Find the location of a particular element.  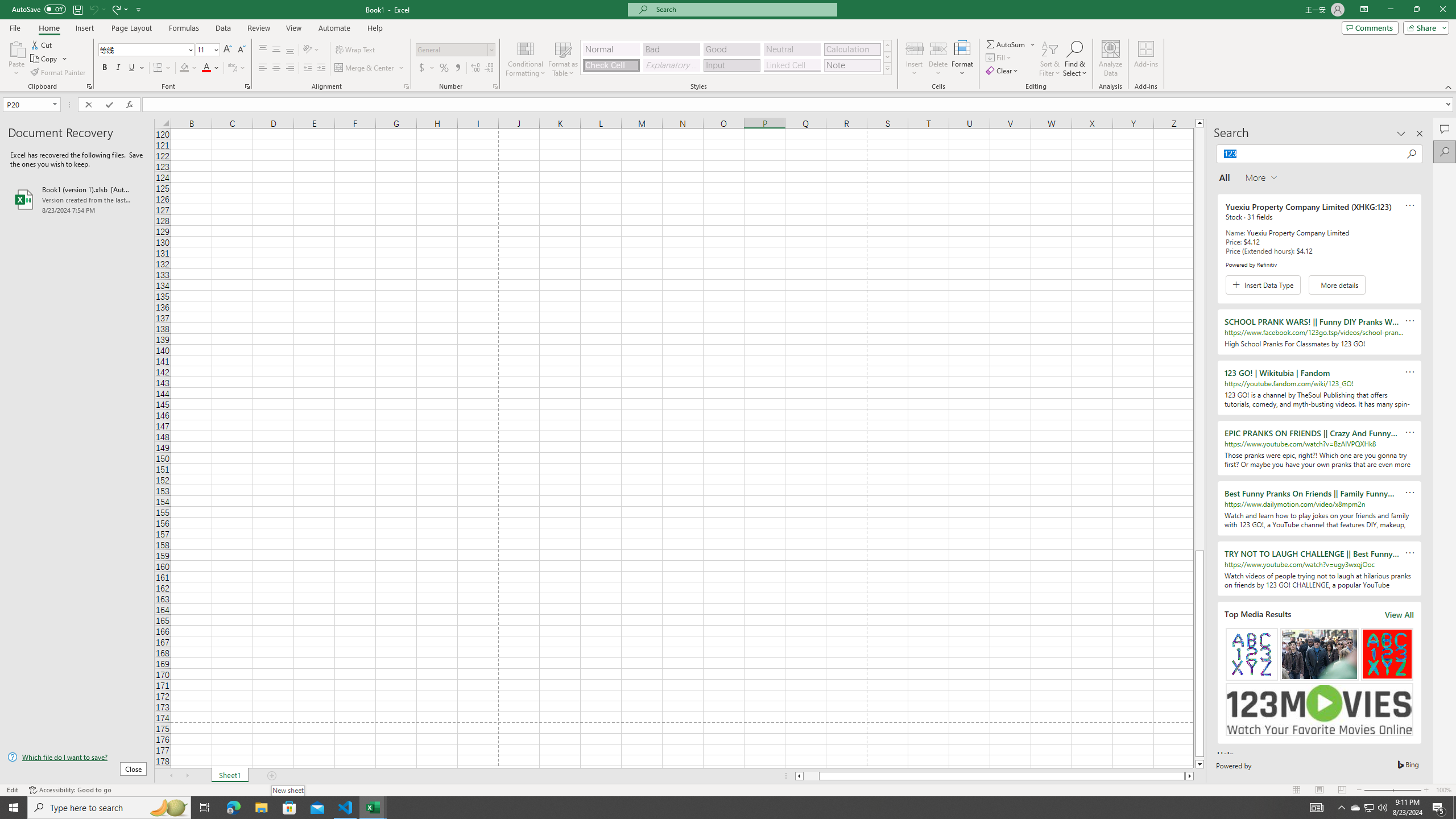

'Percent Style' is located at coordinates (443, 67).